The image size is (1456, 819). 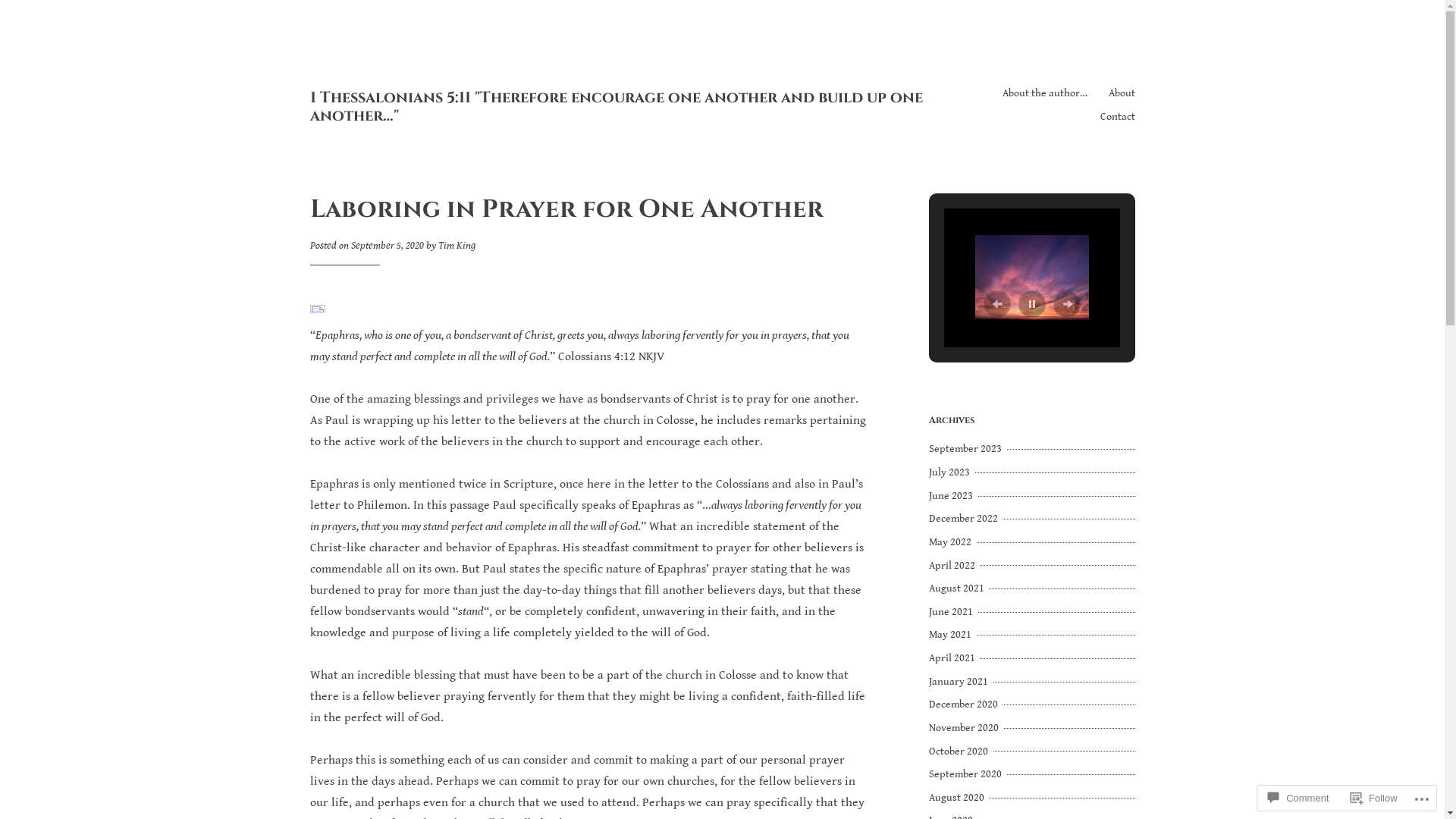 What do you see at coordinates (966, 447) in the screenshot?
I see `'September 2023'` at bounding box center [966, 447].